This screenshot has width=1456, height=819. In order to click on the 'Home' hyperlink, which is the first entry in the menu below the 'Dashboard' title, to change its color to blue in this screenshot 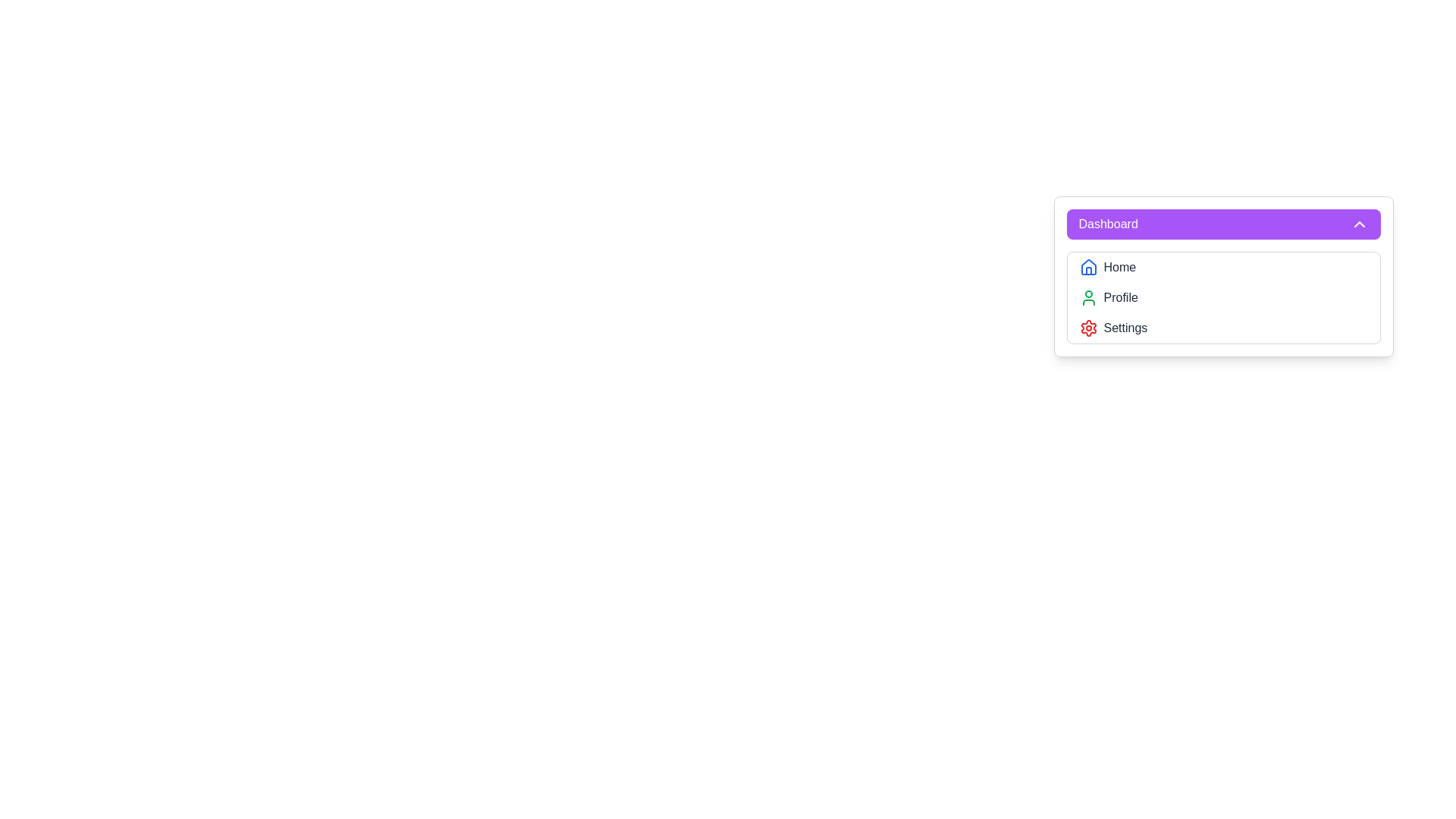, I will do `click(1119, 267)`.